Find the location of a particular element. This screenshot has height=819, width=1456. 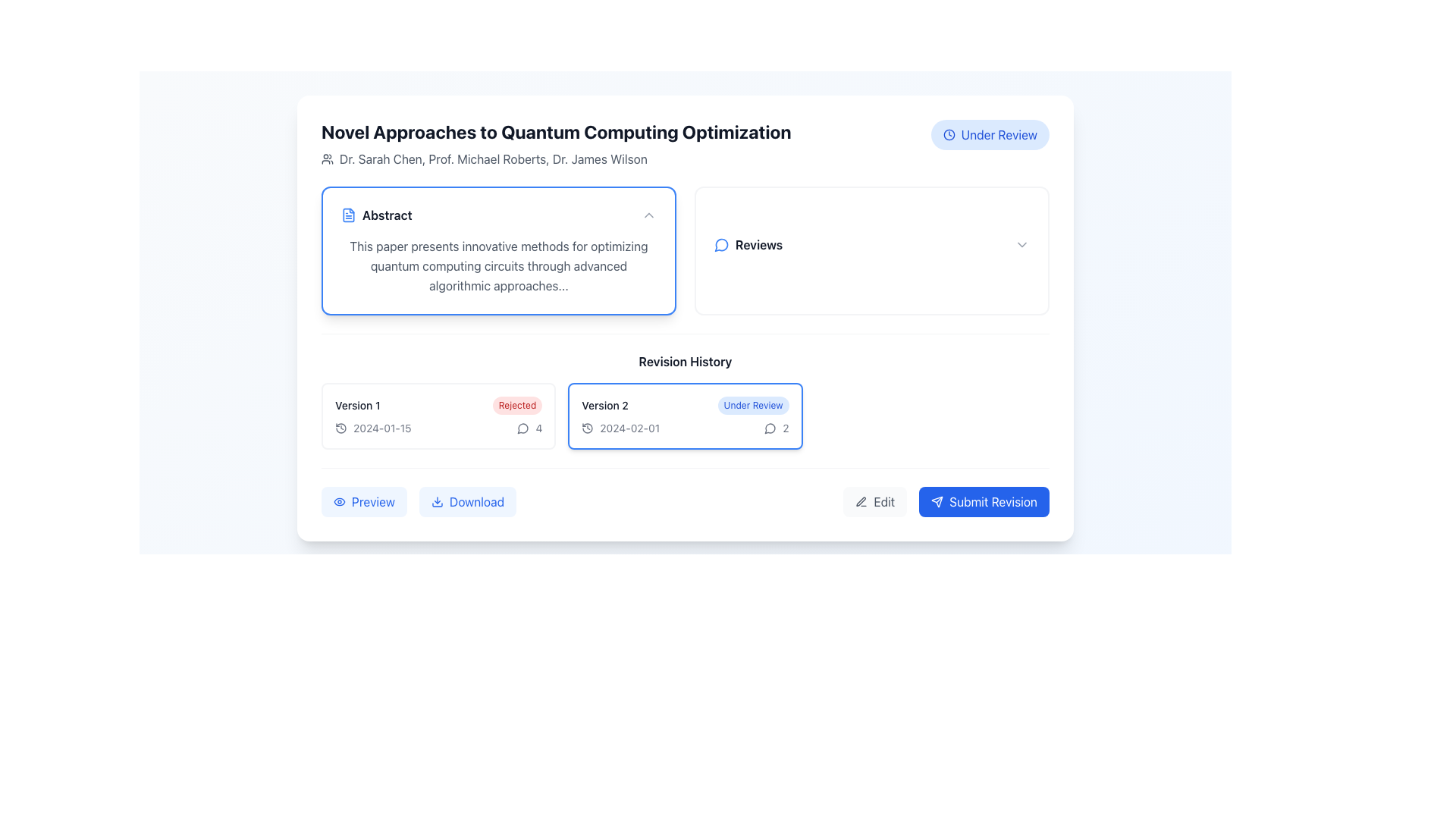

the first rectangular card in the 'Revision History' grid layout, which has the title 'Version 1' and a red badge labeled 'Rejected' is located at coordinates (438, 416).